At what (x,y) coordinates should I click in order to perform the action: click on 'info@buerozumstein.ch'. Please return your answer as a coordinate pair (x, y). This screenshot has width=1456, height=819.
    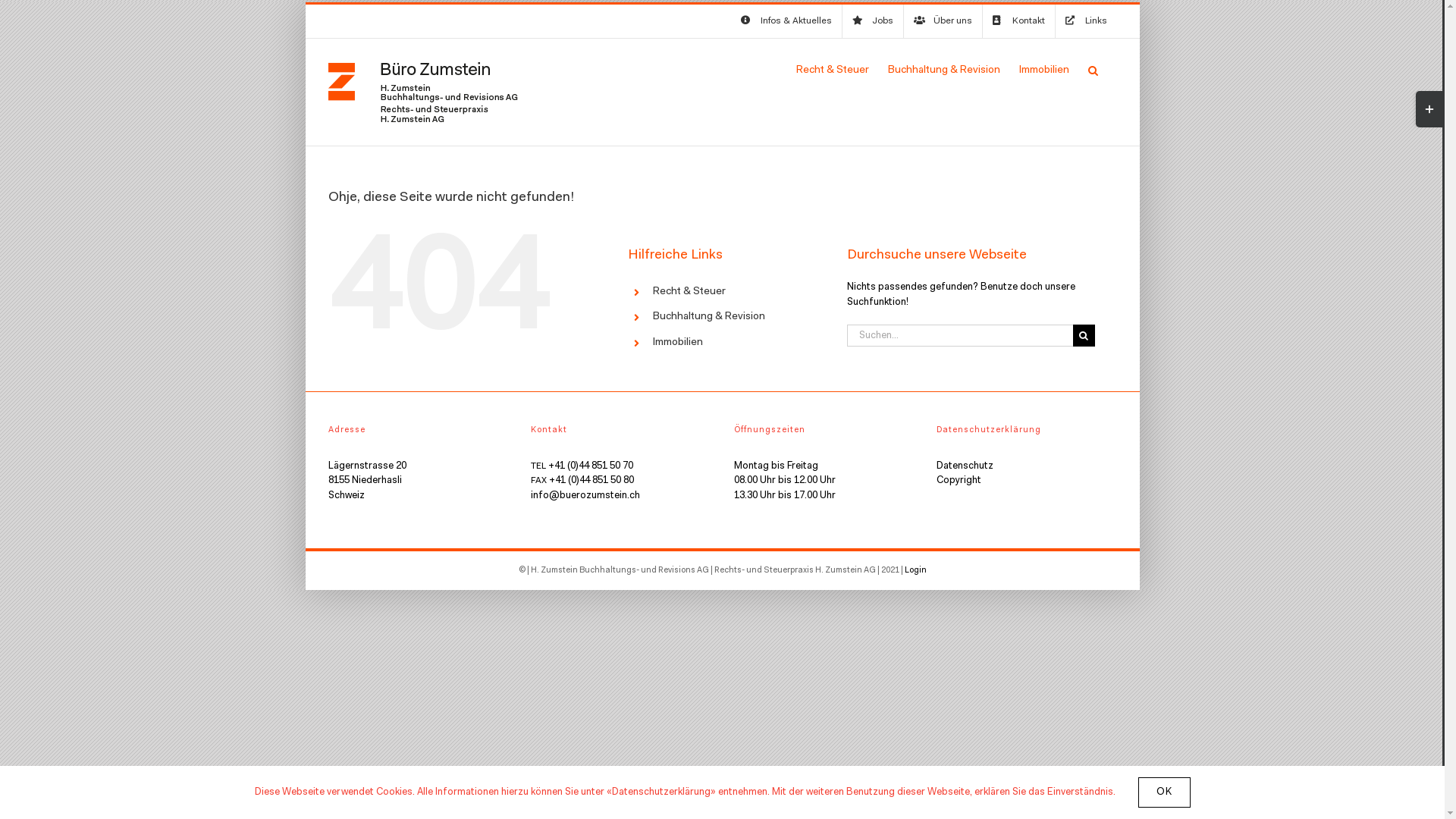
    Looking at the image, I should click on (585, 495).